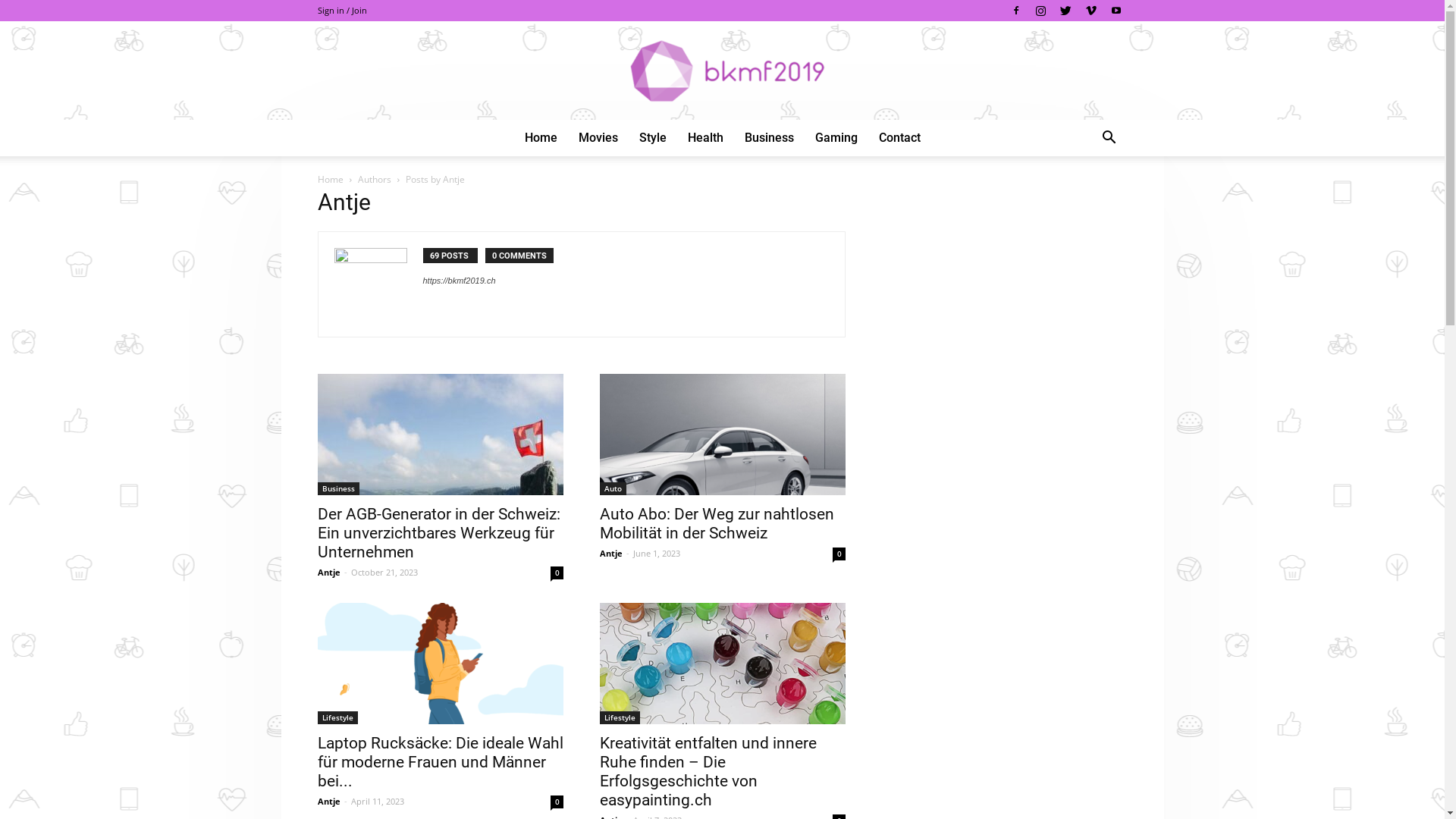 This screenshot has width=1456, height=819. I want to click on 'Instagram', so click(1030, 11).